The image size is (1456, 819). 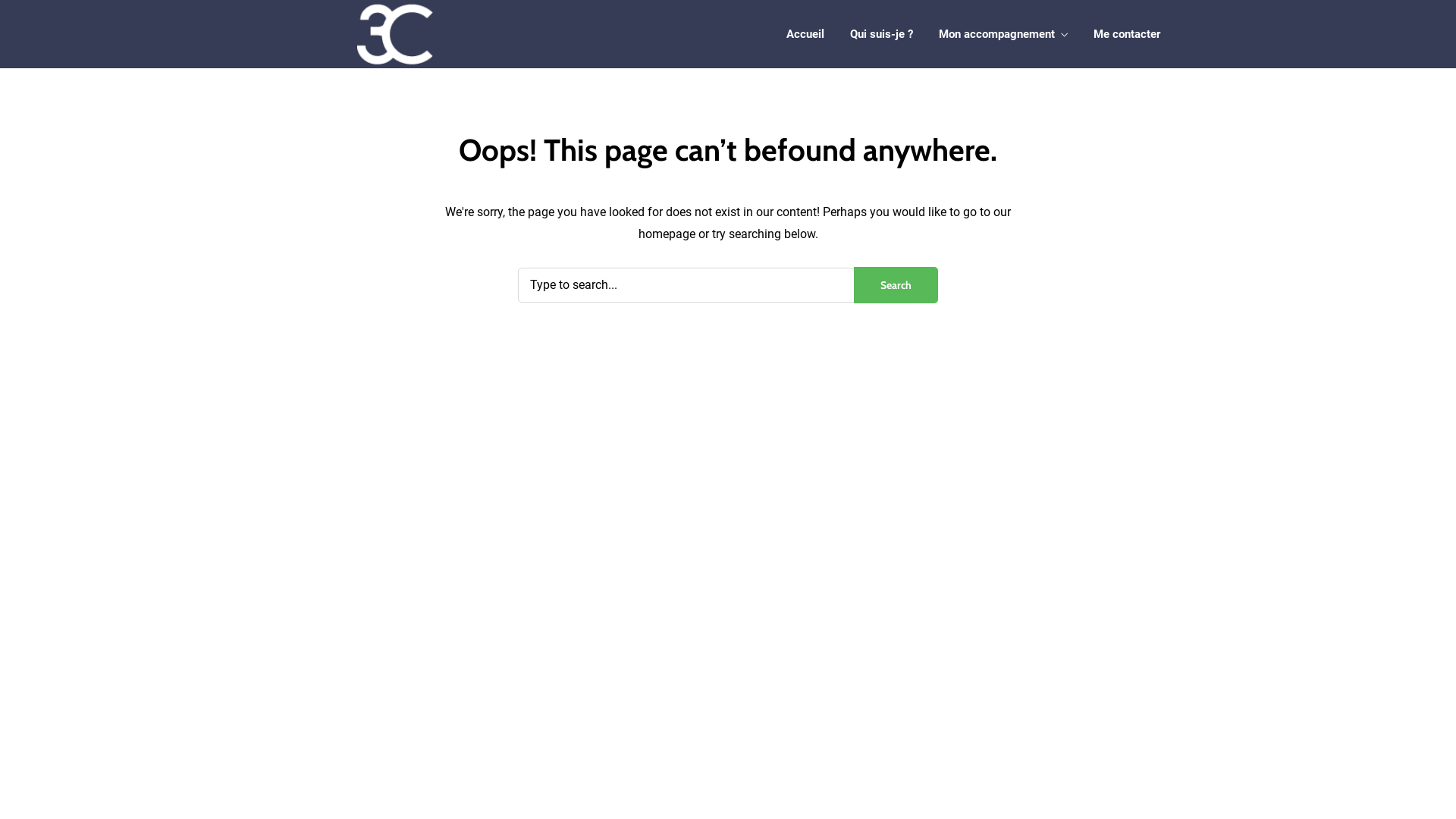 I want to click on 'Me contacter', so click(x=1127, y=34).